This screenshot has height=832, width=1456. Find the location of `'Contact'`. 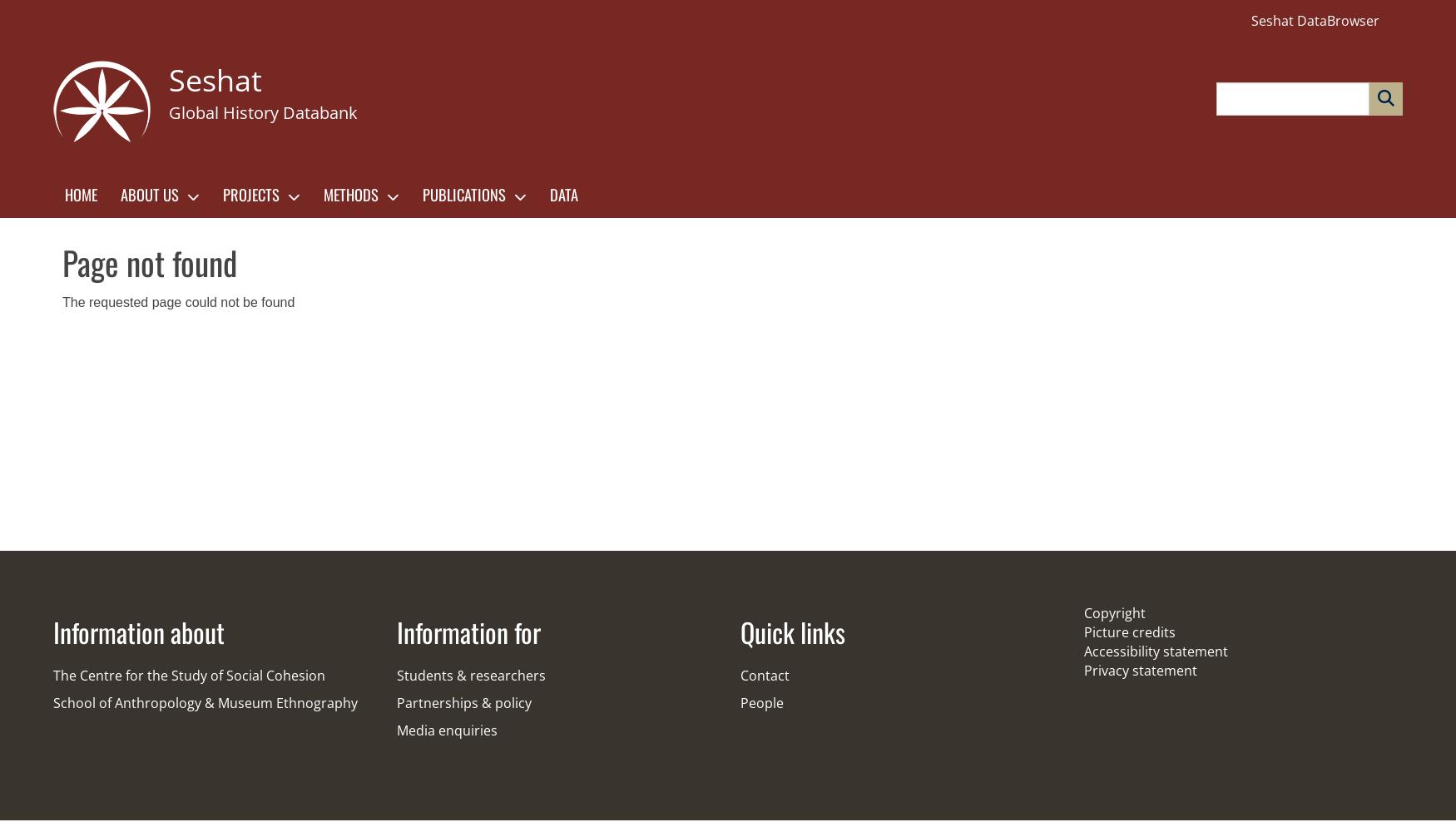

'Contact' is located at coordinates (764, 676).